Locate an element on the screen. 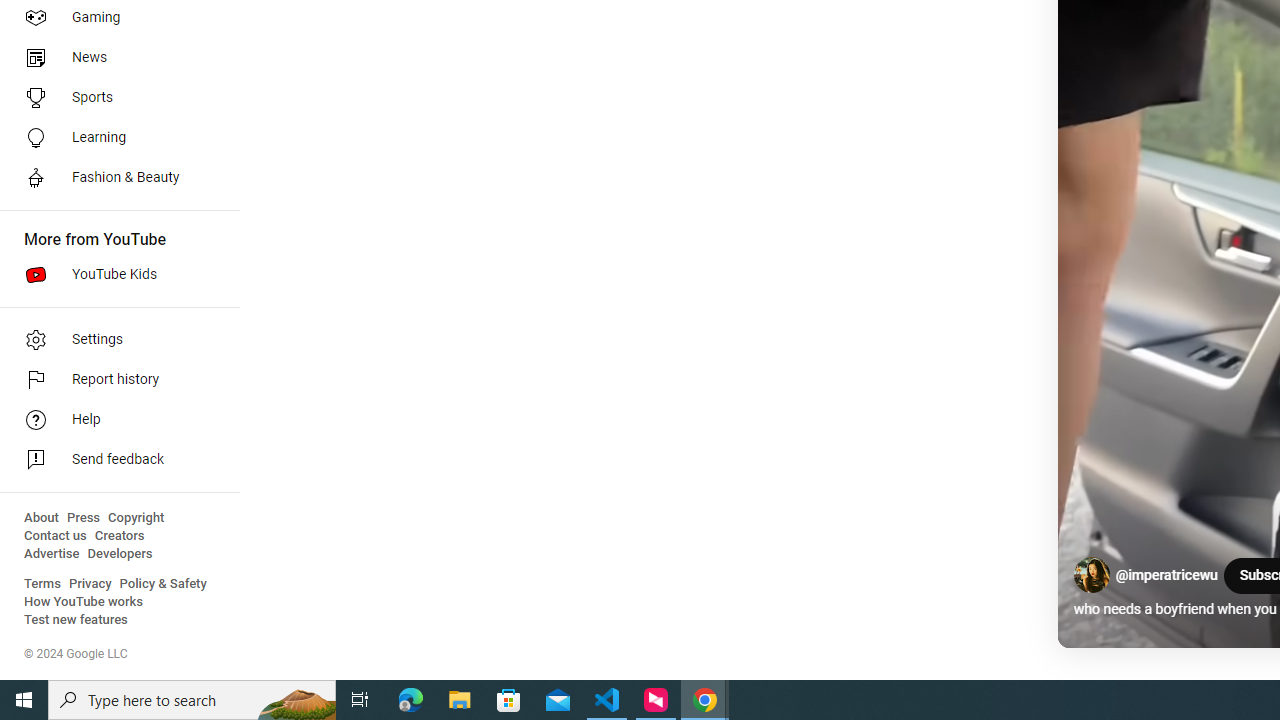 The height and width of the screenshot is (720, 1280). 'Copyright' is located at coordinates (135, 517).